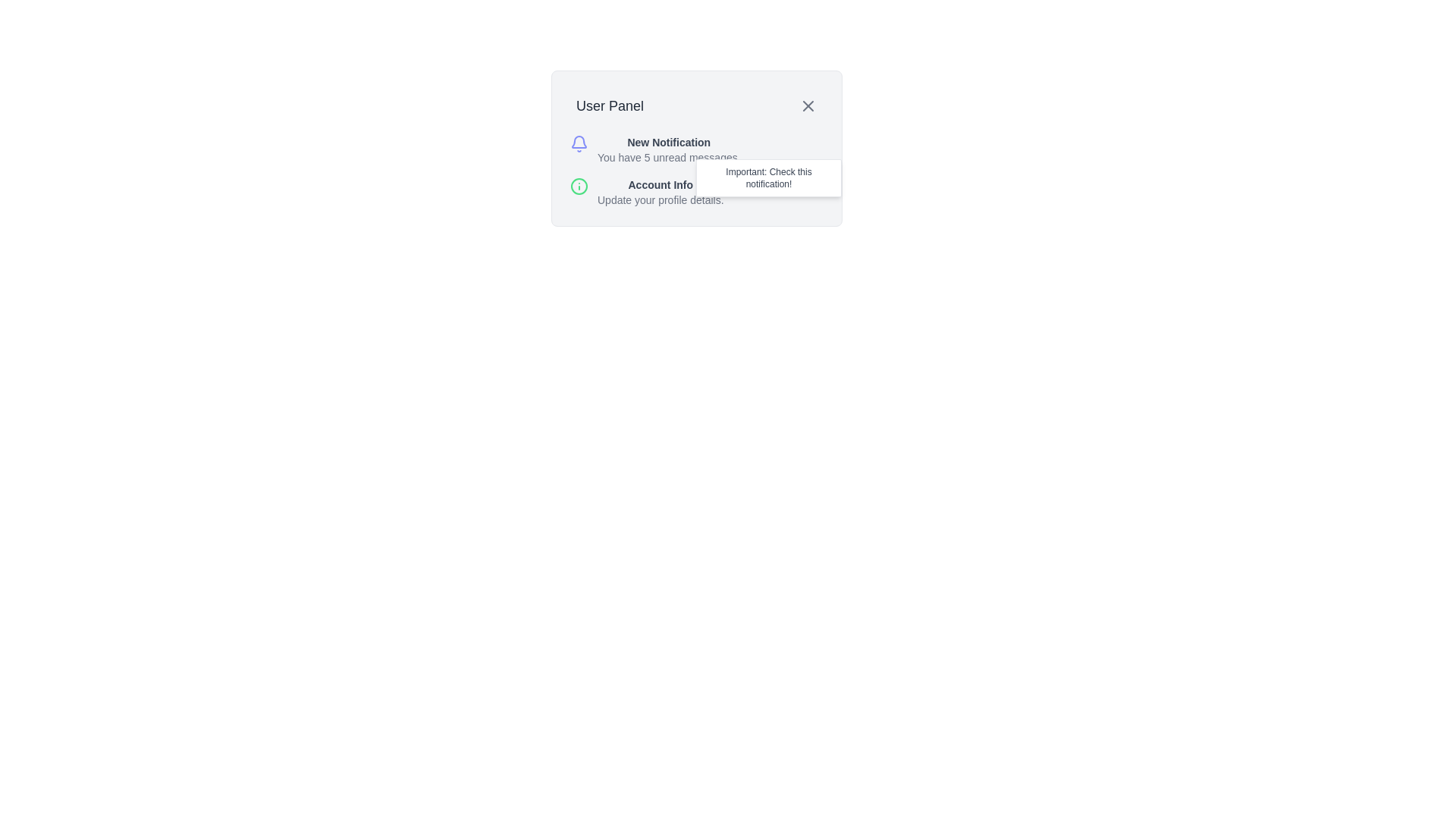 This screenshot has width=1456, height=819. Describe the element at coordinates (768, 177) in the screenshot. I see `notification message displayed in the notification message box located in the top-right section of the interface, adjacent to the 'New Notification' label` at that location.